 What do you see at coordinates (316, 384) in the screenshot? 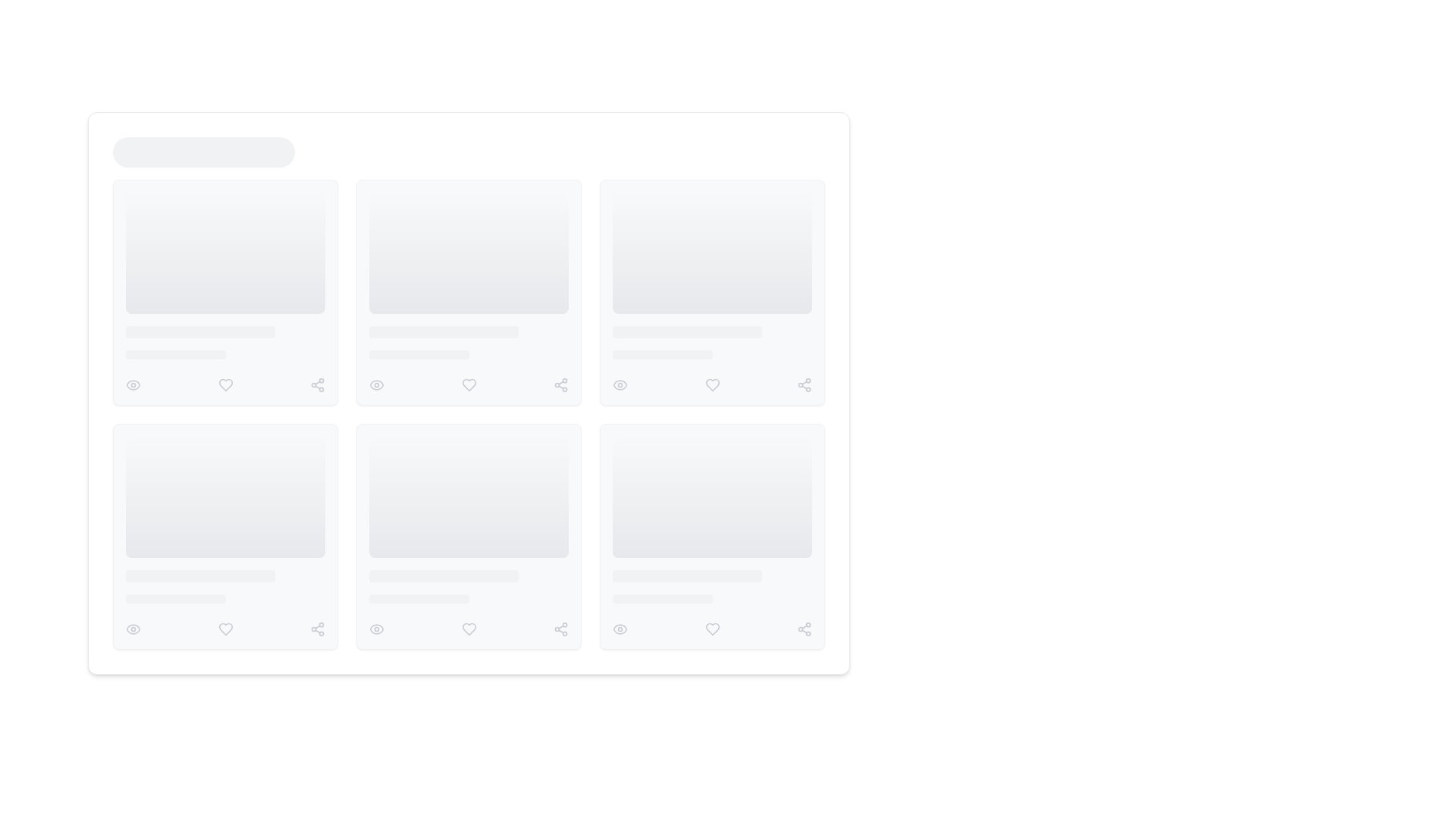
I see `the gray 'share' icon, which is the third icon from the left in a horizontal row beneath an image or card` at bounding box center [316, 384].